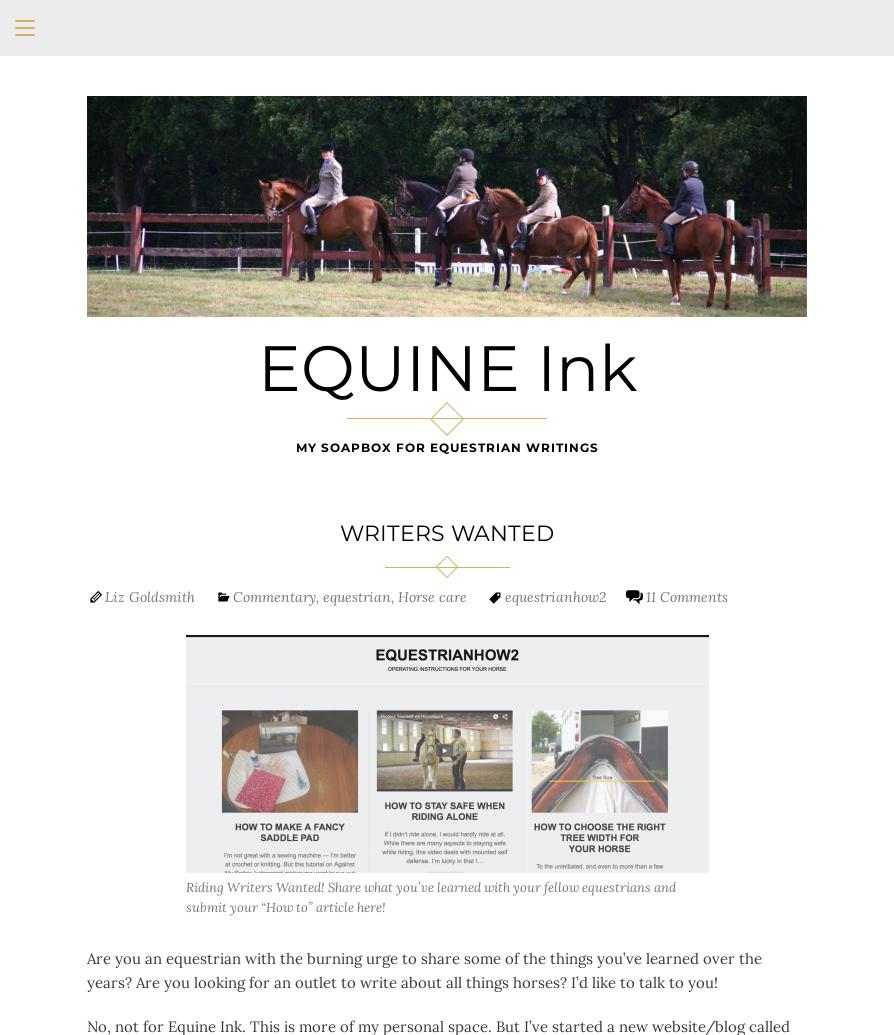 Image resolution: width=894 pixels, height=1035 pixels. I want to click on 'equestrian', so click(355, 594).